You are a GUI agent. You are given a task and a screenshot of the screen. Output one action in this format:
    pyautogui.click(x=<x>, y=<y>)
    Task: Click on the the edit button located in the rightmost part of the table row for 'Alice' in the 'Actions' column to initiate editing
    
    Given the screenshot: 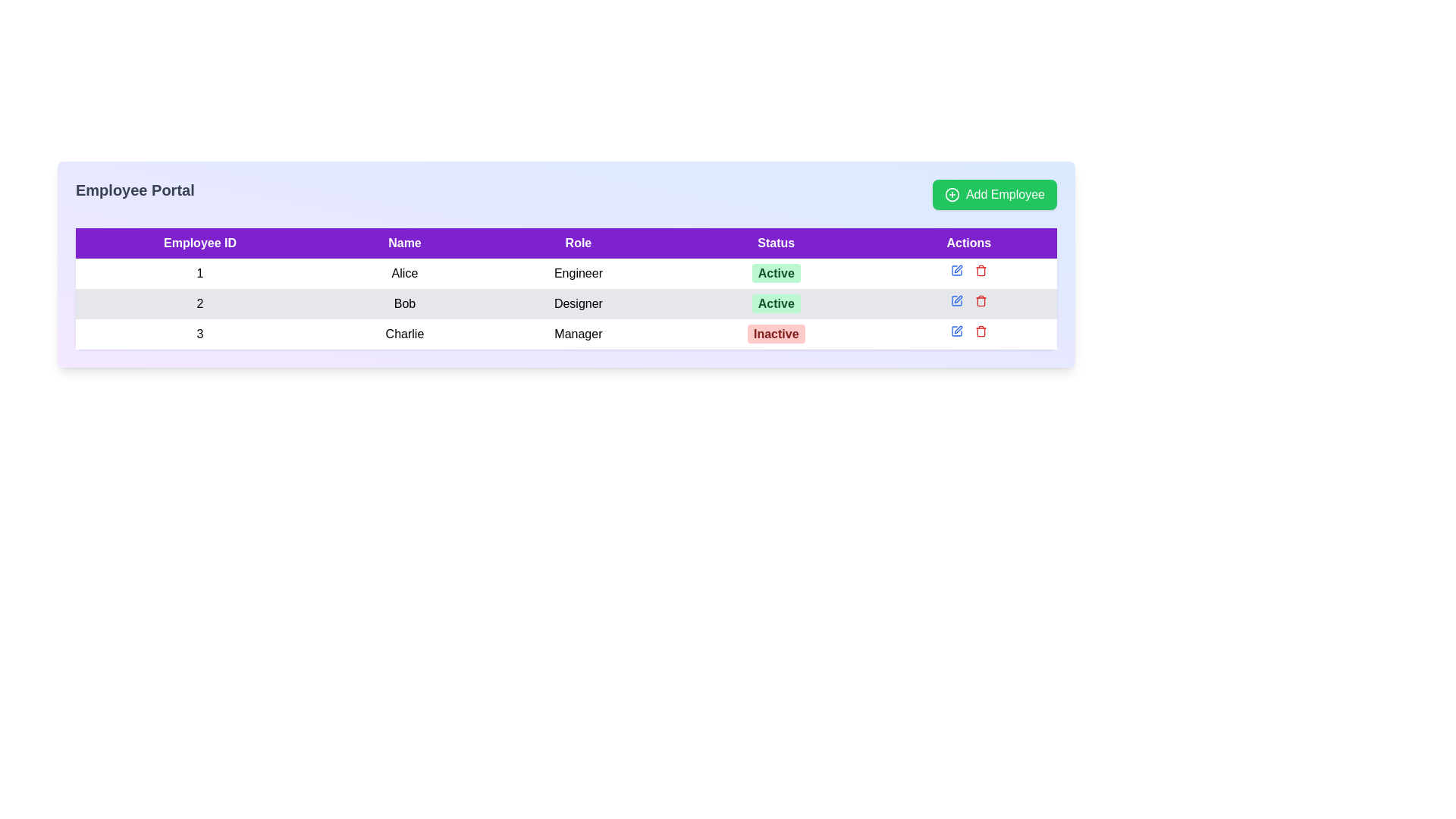 What is the action you would take?
    pyautogui.click(x=955, y=270)
    